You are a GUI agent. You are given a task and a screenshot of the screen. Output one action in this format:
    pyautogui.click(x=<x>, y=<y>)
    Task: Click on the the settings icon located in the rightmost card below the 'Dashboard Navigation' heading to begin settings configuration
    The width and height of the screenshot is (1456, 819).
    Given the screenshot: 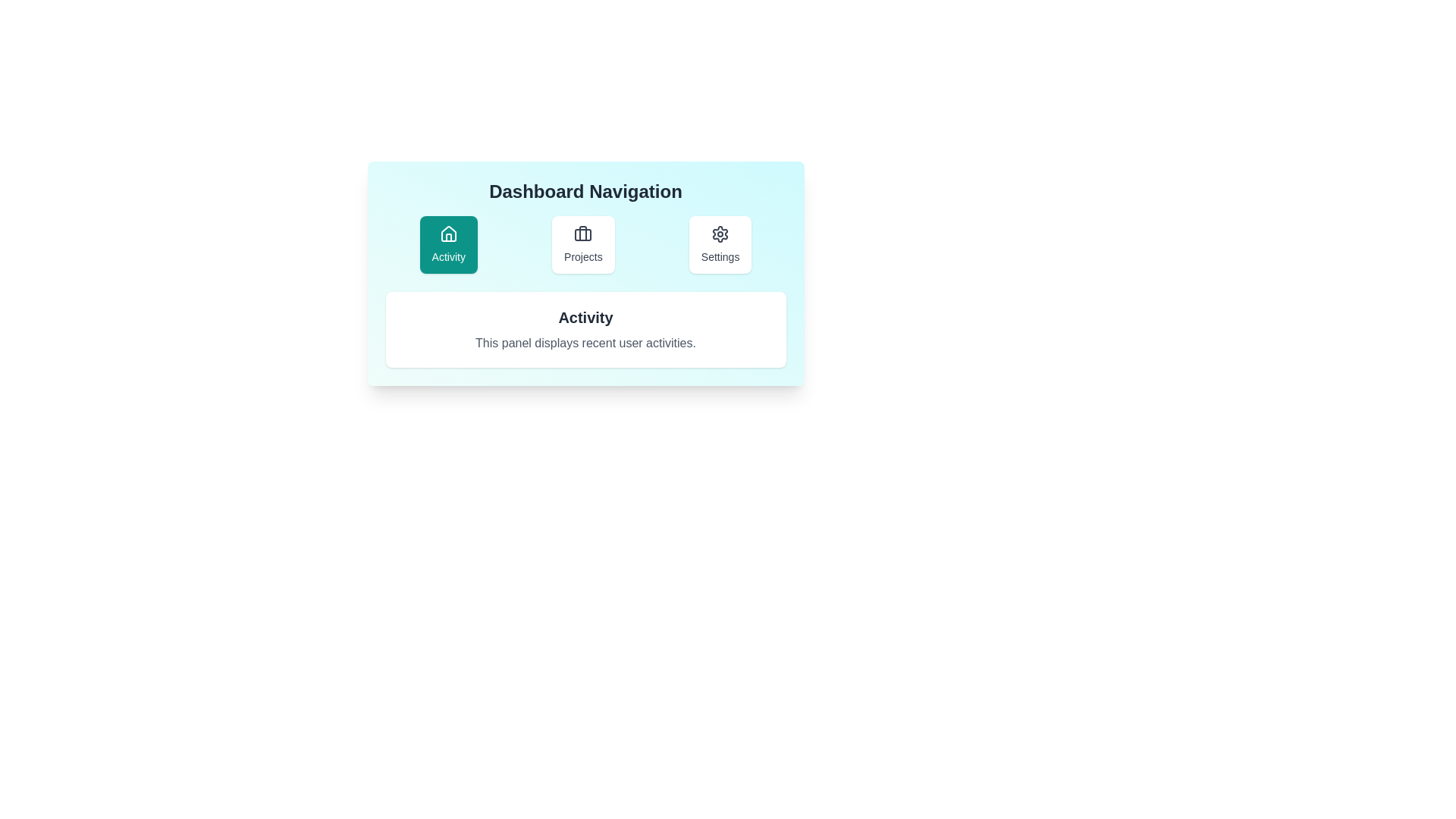 What is the action you would take?
    pyautogui.click(x=720, y=234)
    